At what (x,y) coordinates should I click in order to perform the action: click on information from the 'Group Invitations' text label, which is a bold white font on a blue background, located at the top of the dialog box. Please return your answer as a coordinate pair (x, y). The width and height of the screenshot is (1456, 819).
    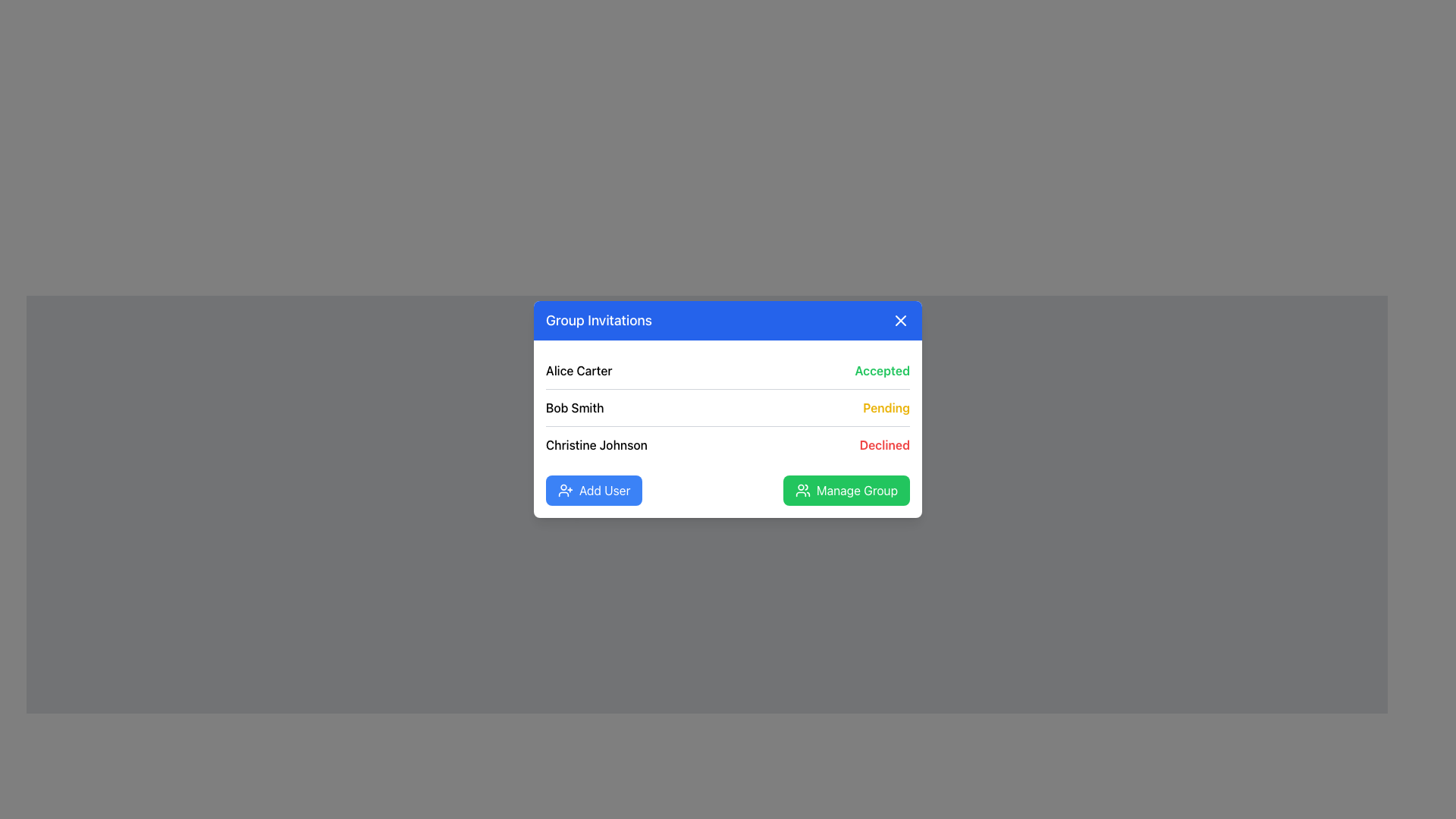
    Looking at the image, I should click on (598, 320).